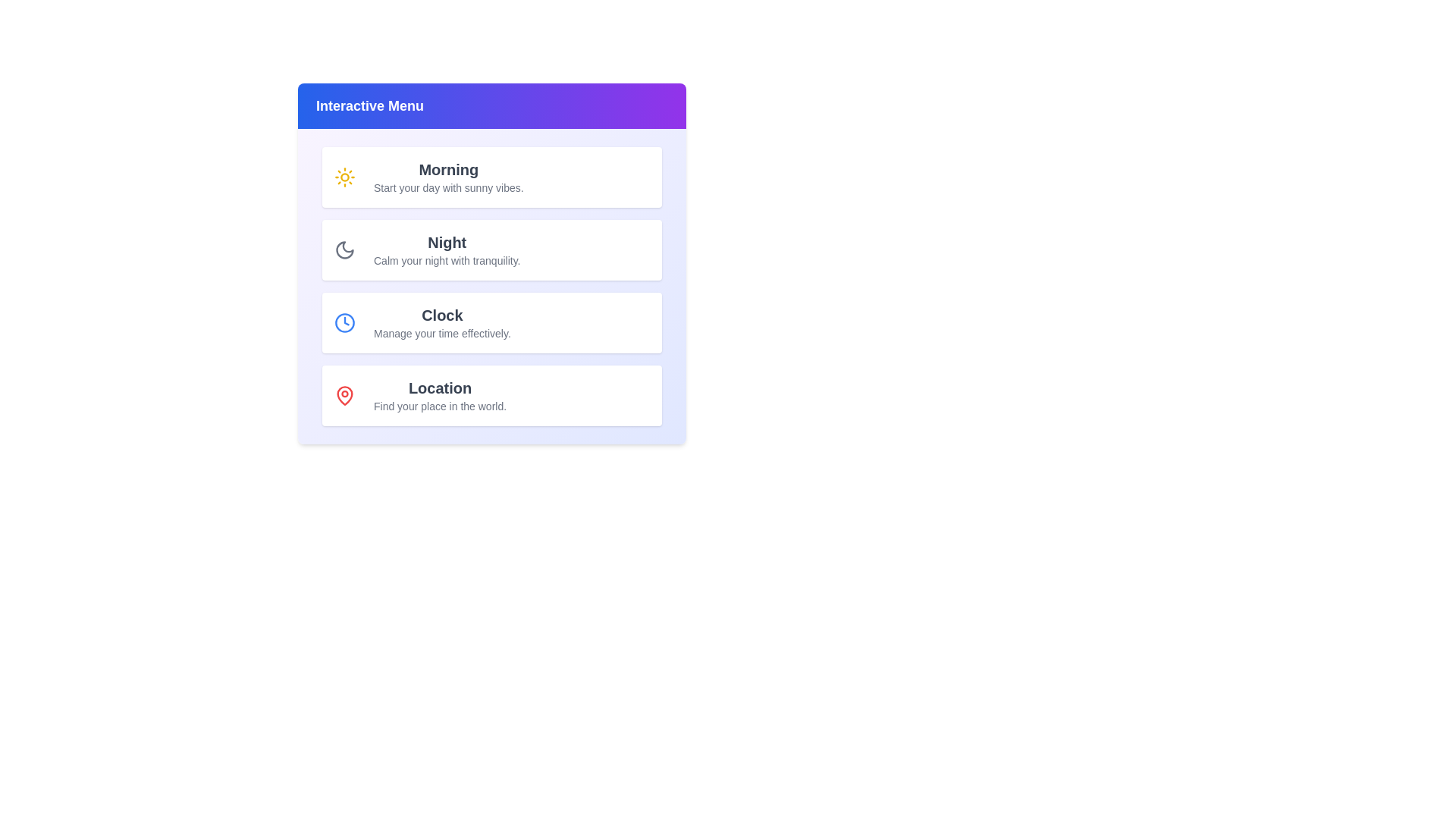 The width and height of the screenshot is (1456, 819). Describe the element at coordinates (491, 394) in the screenshot. I see `the Location menu item to select it` at that location.